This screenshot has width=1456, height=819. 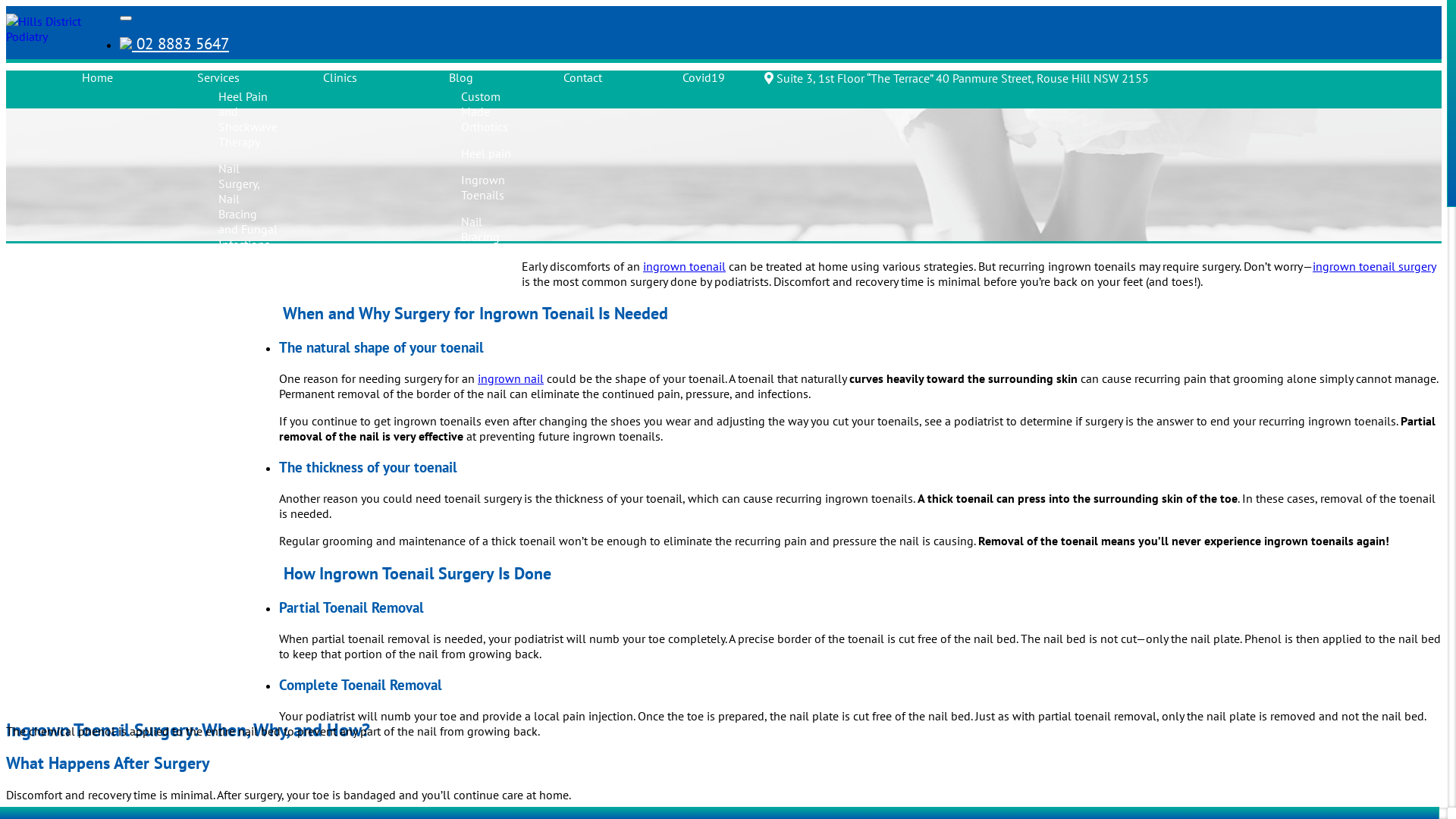 I want to click on 'Diabetes and General Footcare', so click(x=240, y=293).